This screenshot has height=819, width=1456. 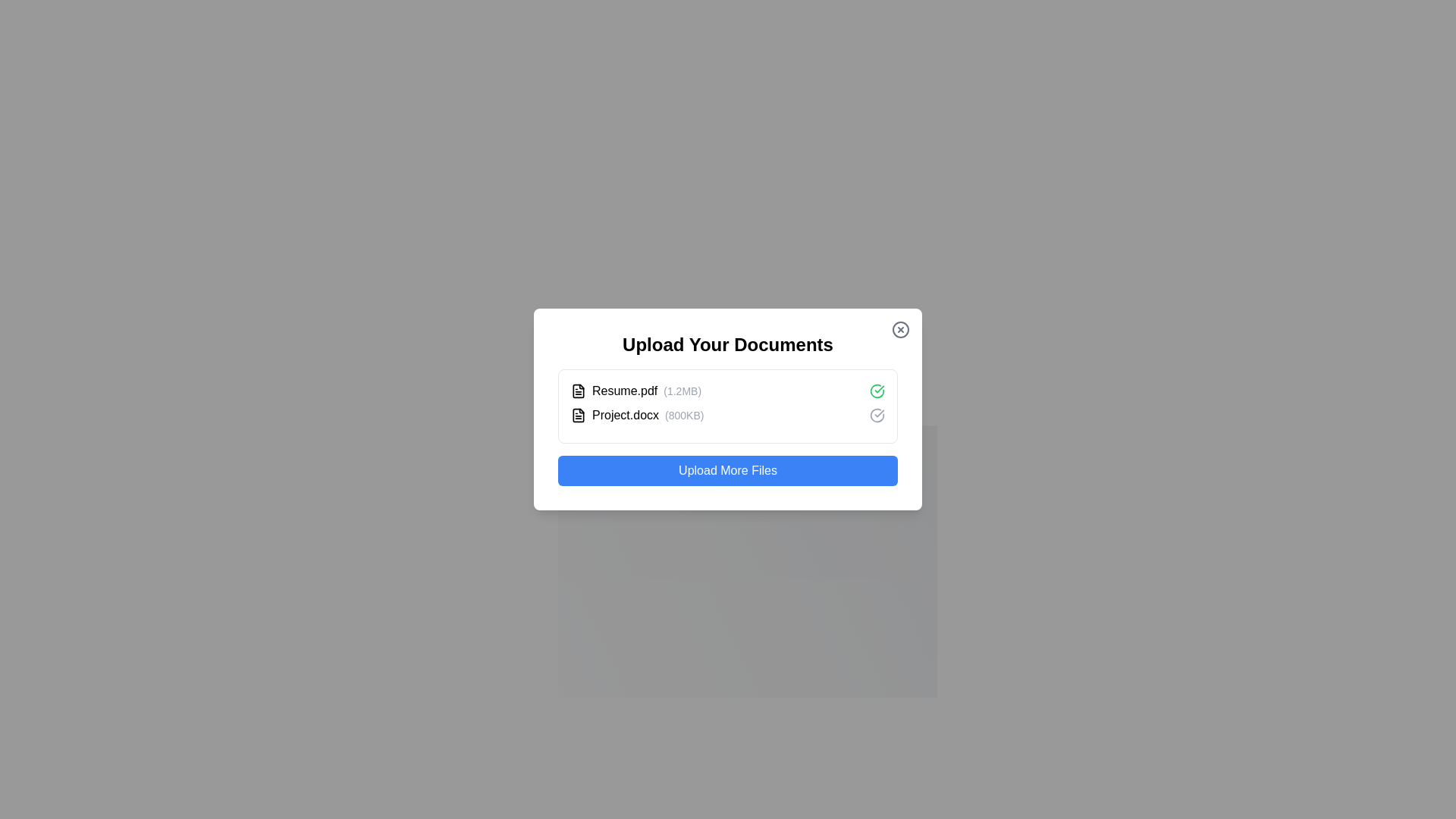 What do you see at coordinates (578, 415) in the screenshot?
I see `the file icon indicating 'Project.docx (800KB)', located to the left of its text description` at bounding box center [578, 415].